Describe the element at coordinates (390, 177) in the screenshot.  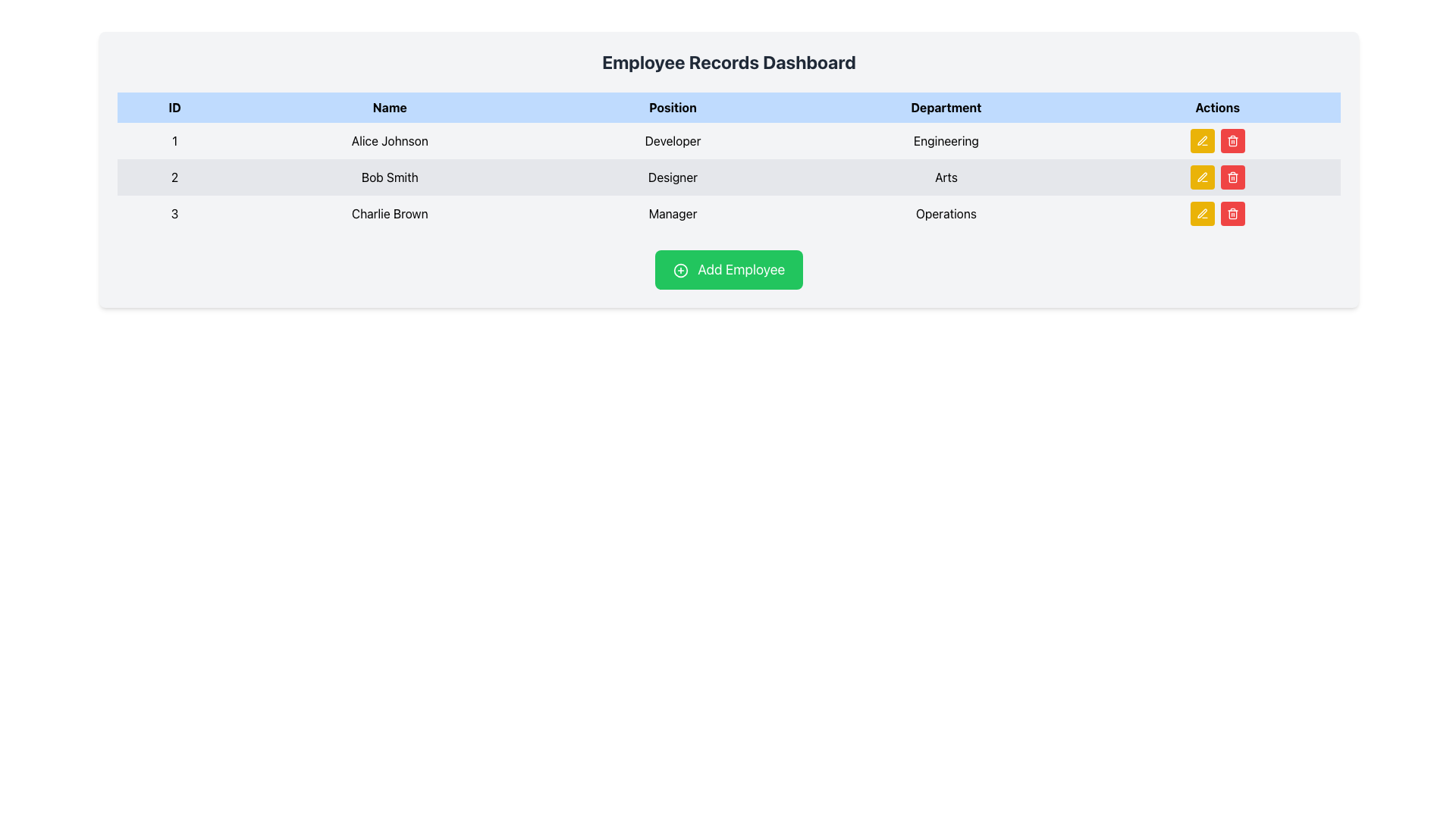
I see `the text label 'Bob Smith' located in the second row of the table under the 'Name' column, which has a gray background and is positioned adjacent to '2' in the 'ID' column and 'Designer' in the 'Position' column` at that location.